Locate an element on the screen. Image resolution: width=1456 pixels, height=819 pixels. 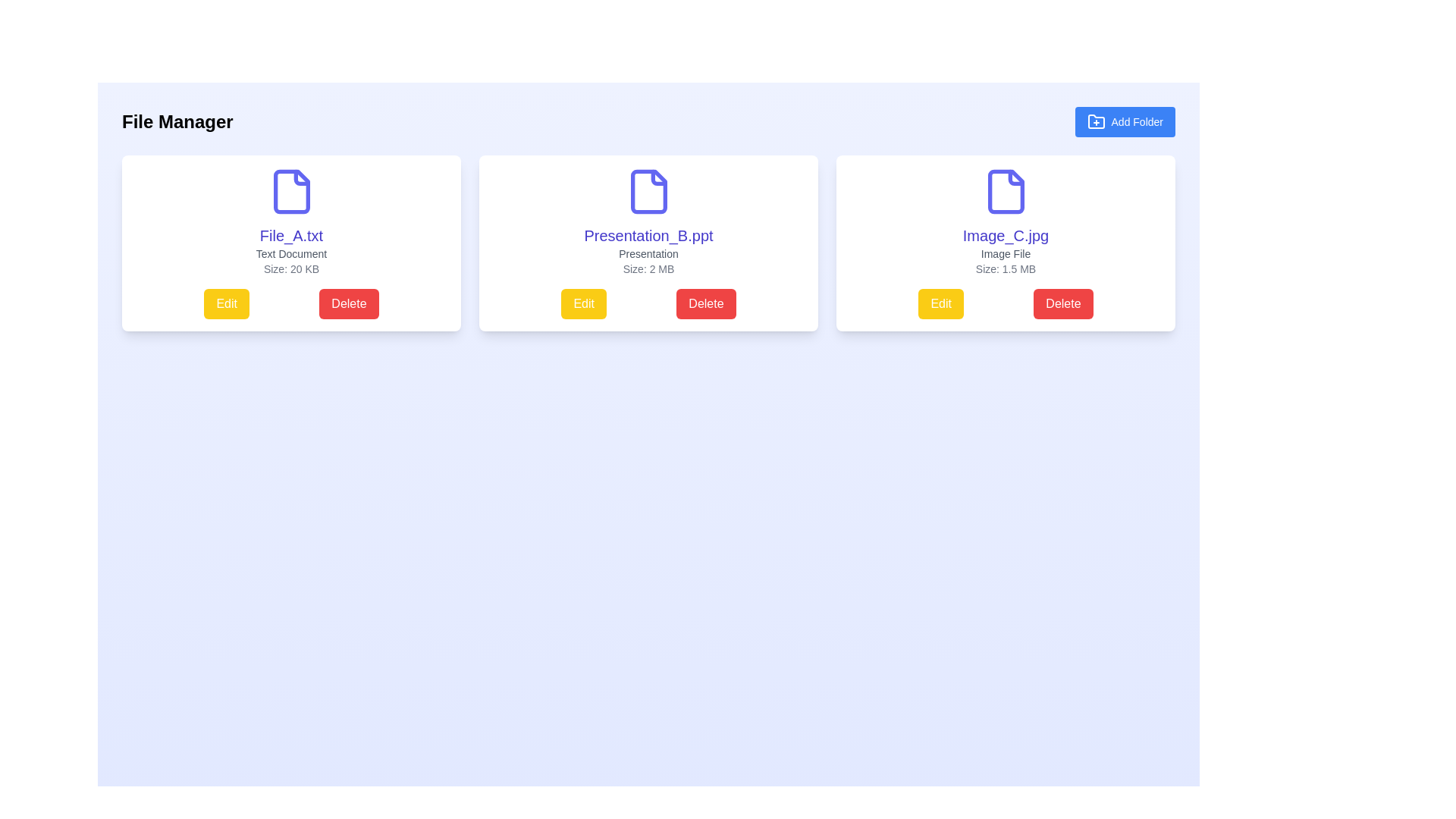
the 'Add Folder' button which contains a folder icon with a plus sign overlay, located in the top-right corner of the interface is located at coordinates (1096, 121).